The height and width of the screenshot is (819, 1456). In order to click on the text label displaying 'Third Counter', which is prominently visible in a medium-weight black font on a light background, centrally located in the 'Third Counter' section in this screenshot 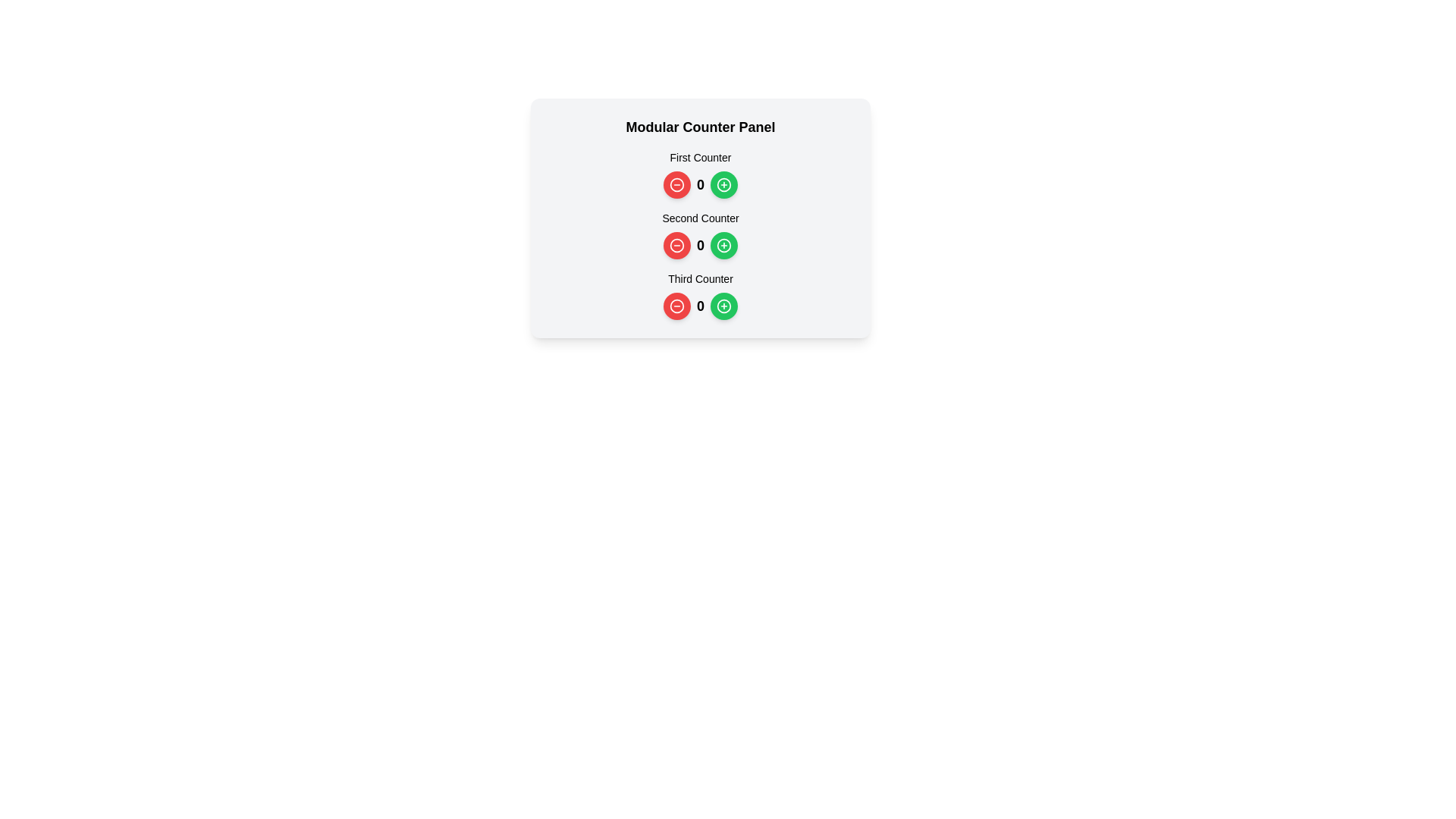, I will do `click(700, 278)`.